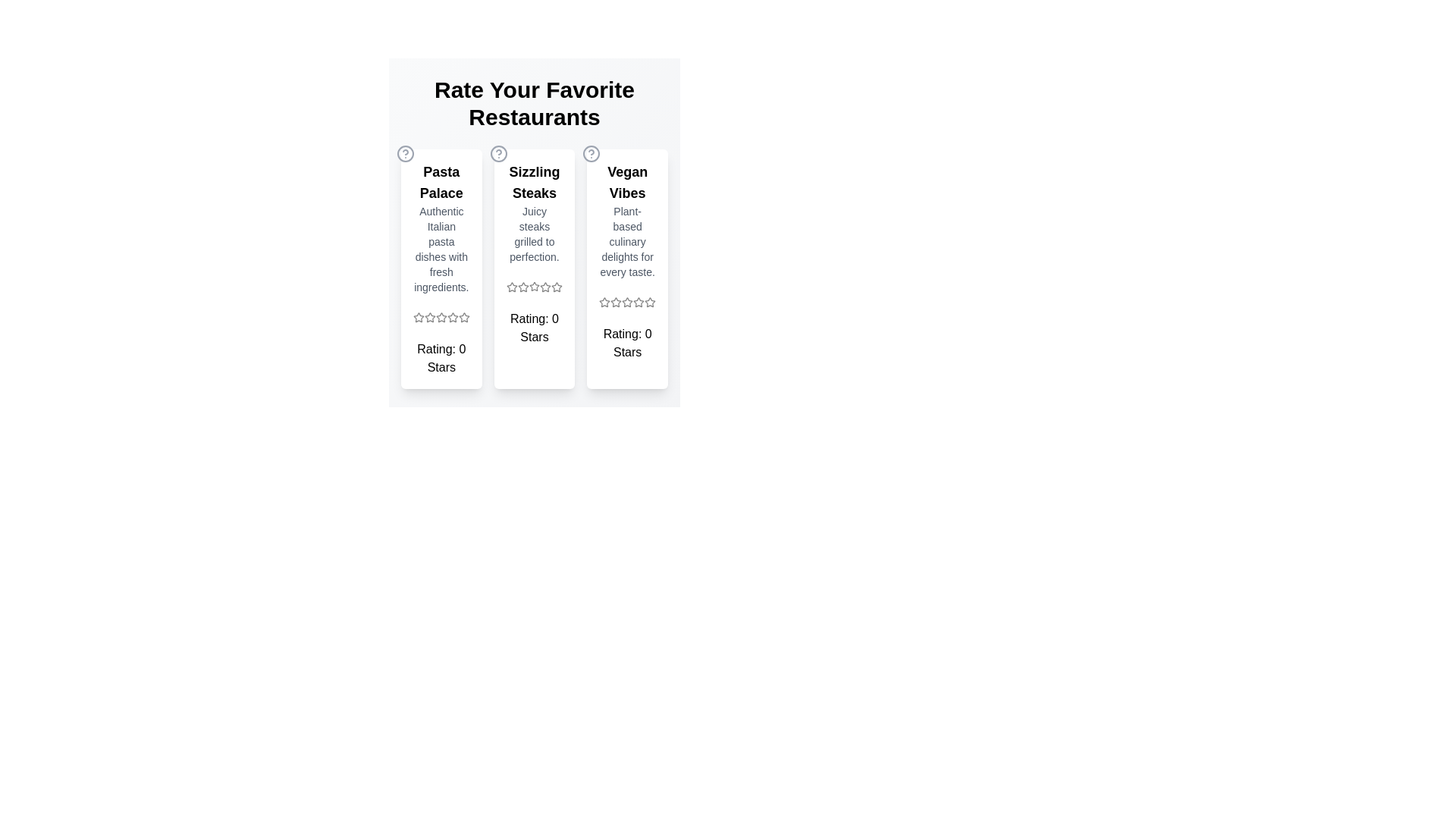 The height and width of the screenshot is (819, 1456). What do you see at coordinates (440, 317) in the screenshot?
I see `the star icon for 3 stars in the Pasta Palace section` at bounding box center [440, 317].